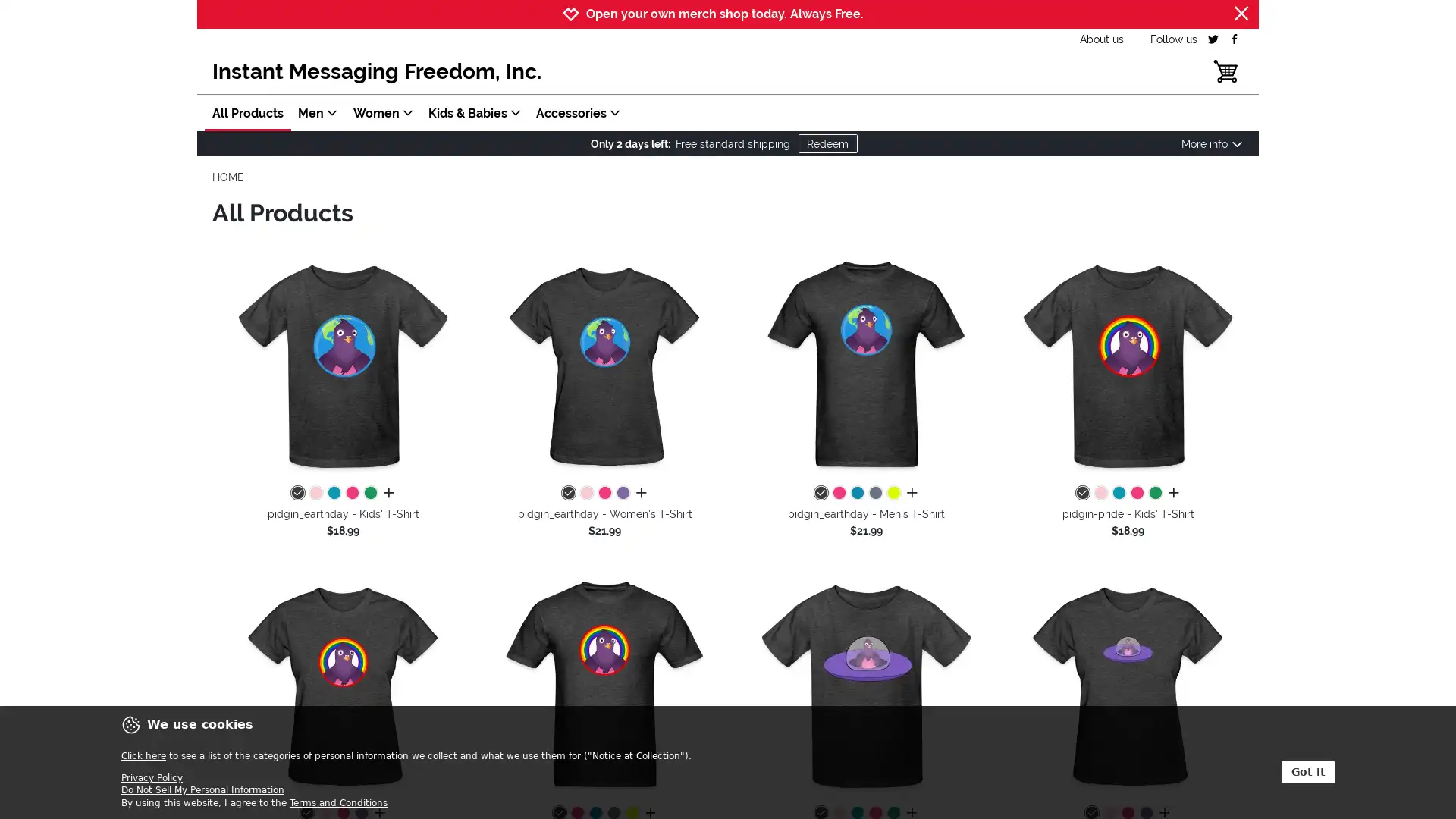  Describe the element at coordinates (837, 494) in the screenshot. I see `fuchsia` at that location.